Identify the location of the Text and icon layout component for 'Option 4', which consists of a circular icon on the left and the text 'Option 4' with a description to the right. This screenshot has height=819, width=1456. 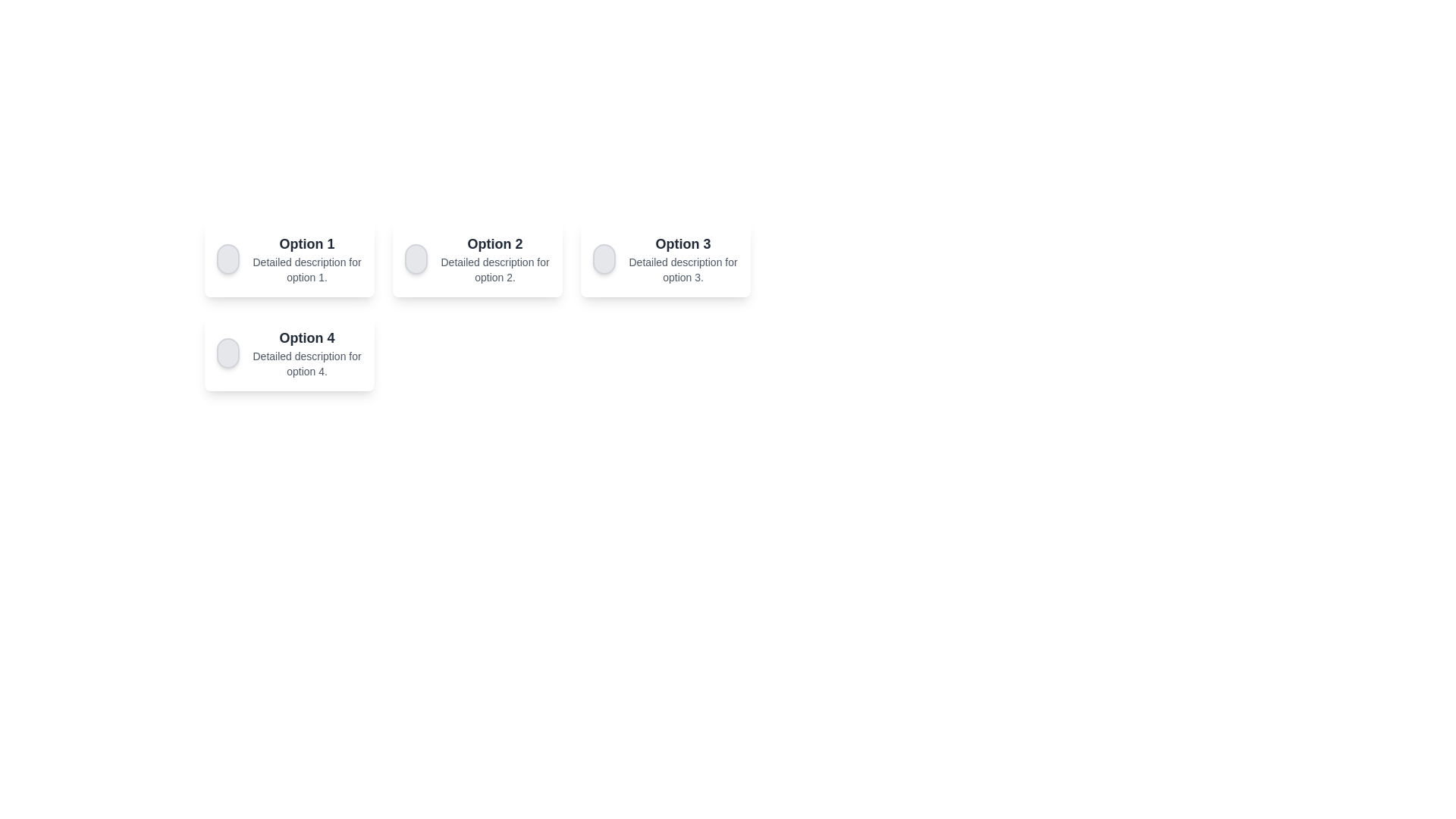
(290, 353).